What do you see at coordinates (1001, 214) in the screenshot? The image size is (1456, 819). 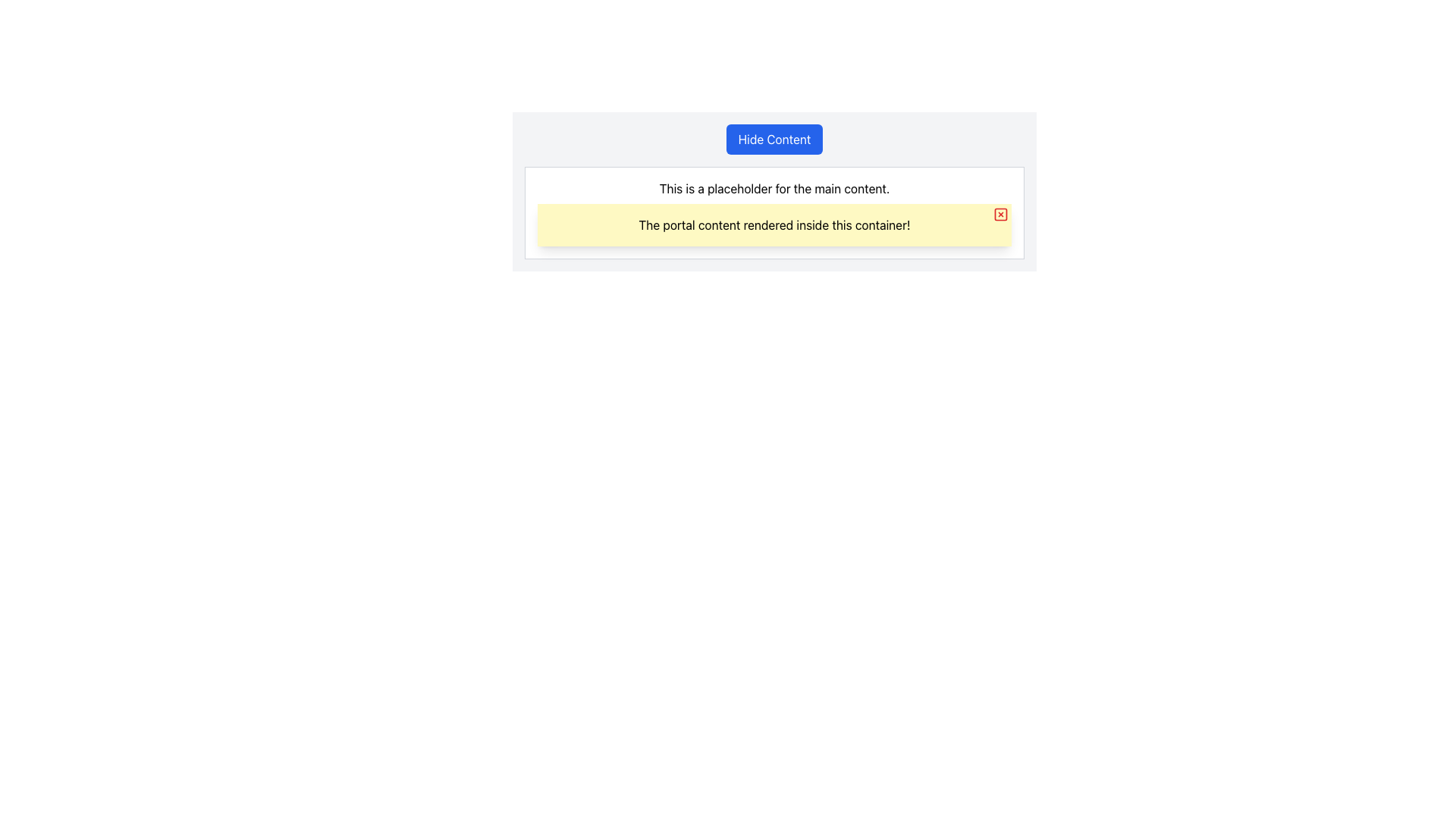 I see `the close button located at the top-right corner of the pale yellow notification box` at bounding box center [1001, 214].